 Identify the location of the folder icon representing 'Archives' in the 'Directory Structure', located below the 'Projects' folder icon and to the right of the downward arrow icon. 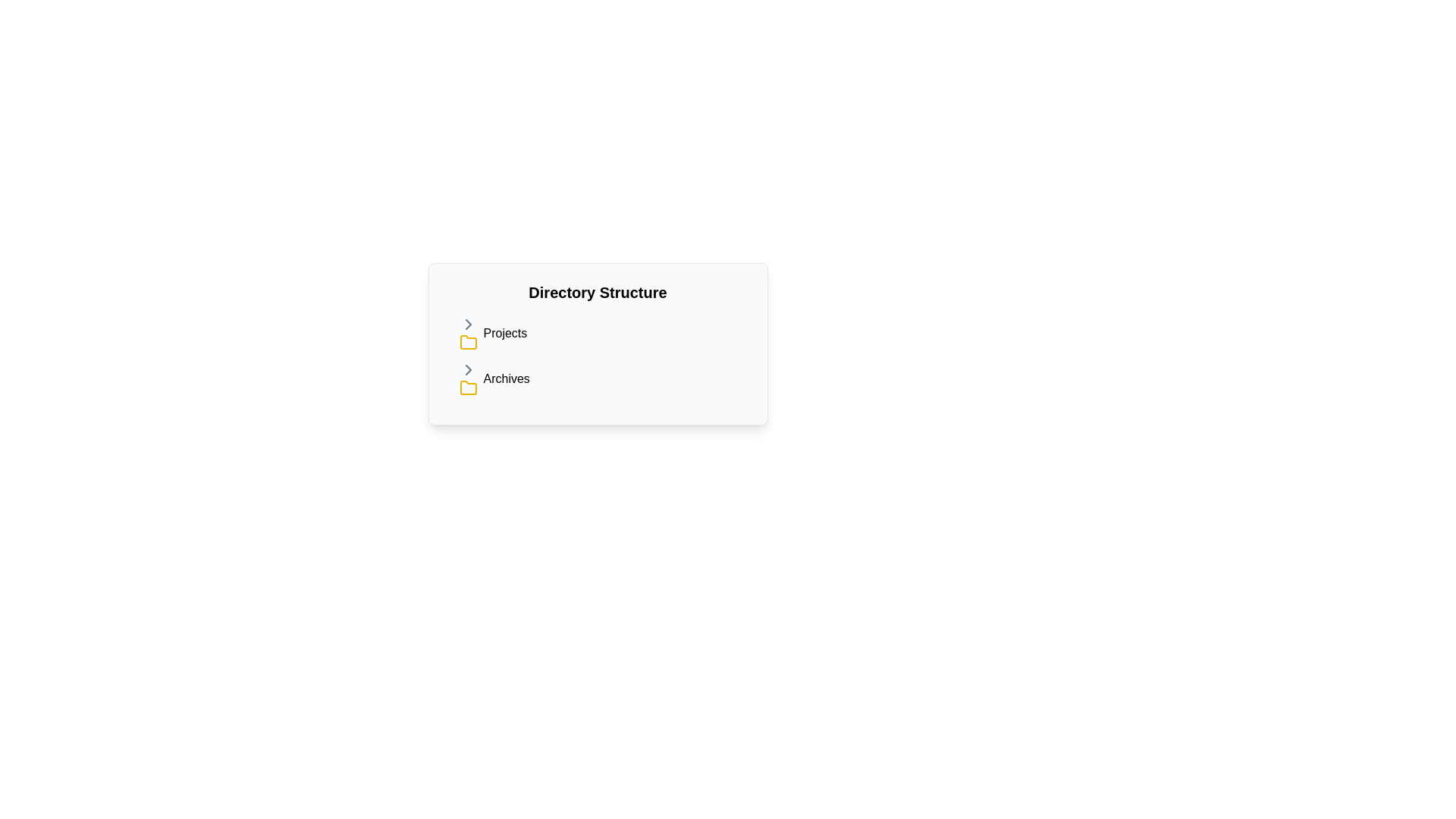
(467, 387).